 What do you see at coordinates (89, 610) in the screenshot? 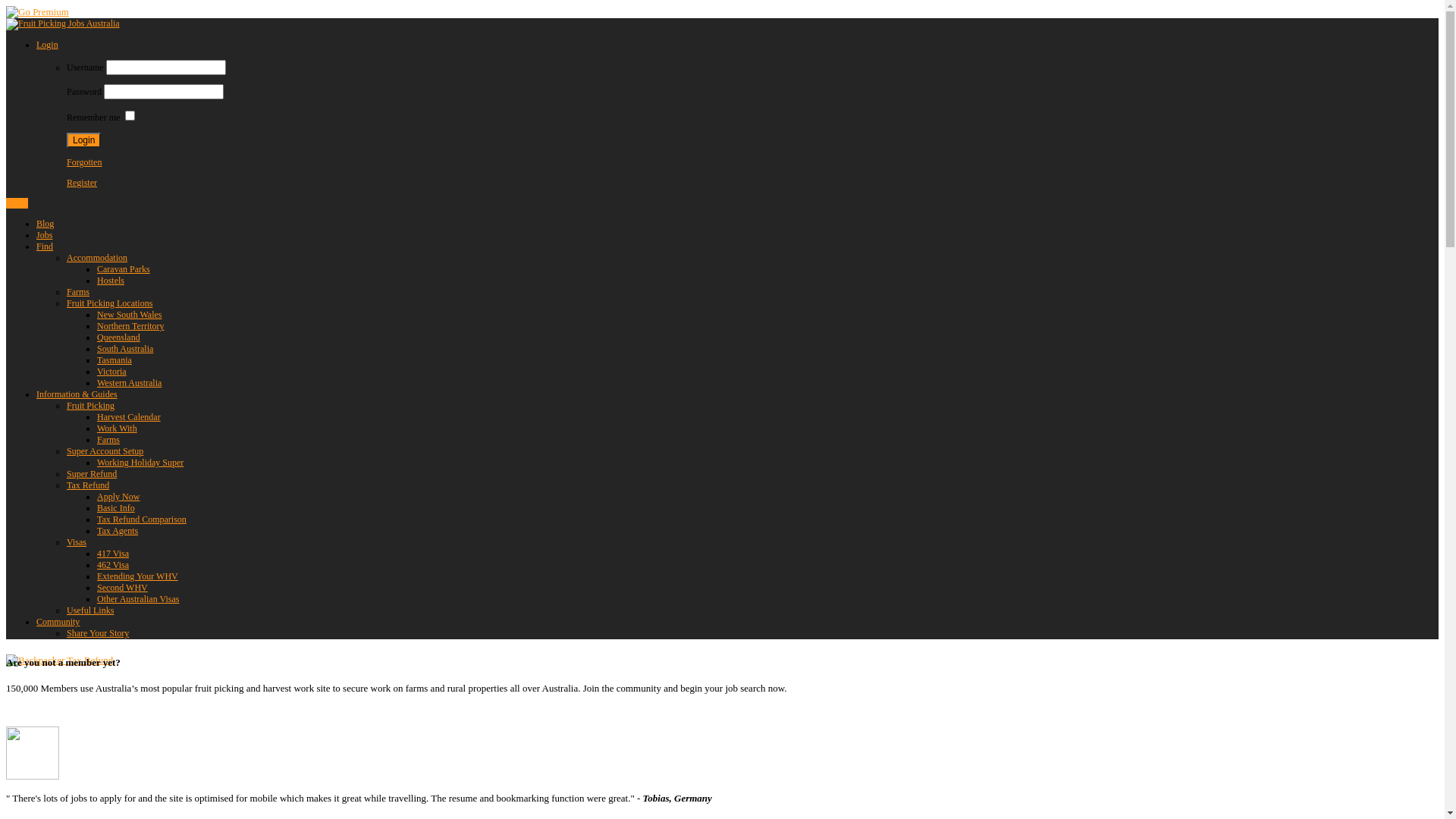
I see `'Useful Links'` at bounding box center [89, 610].